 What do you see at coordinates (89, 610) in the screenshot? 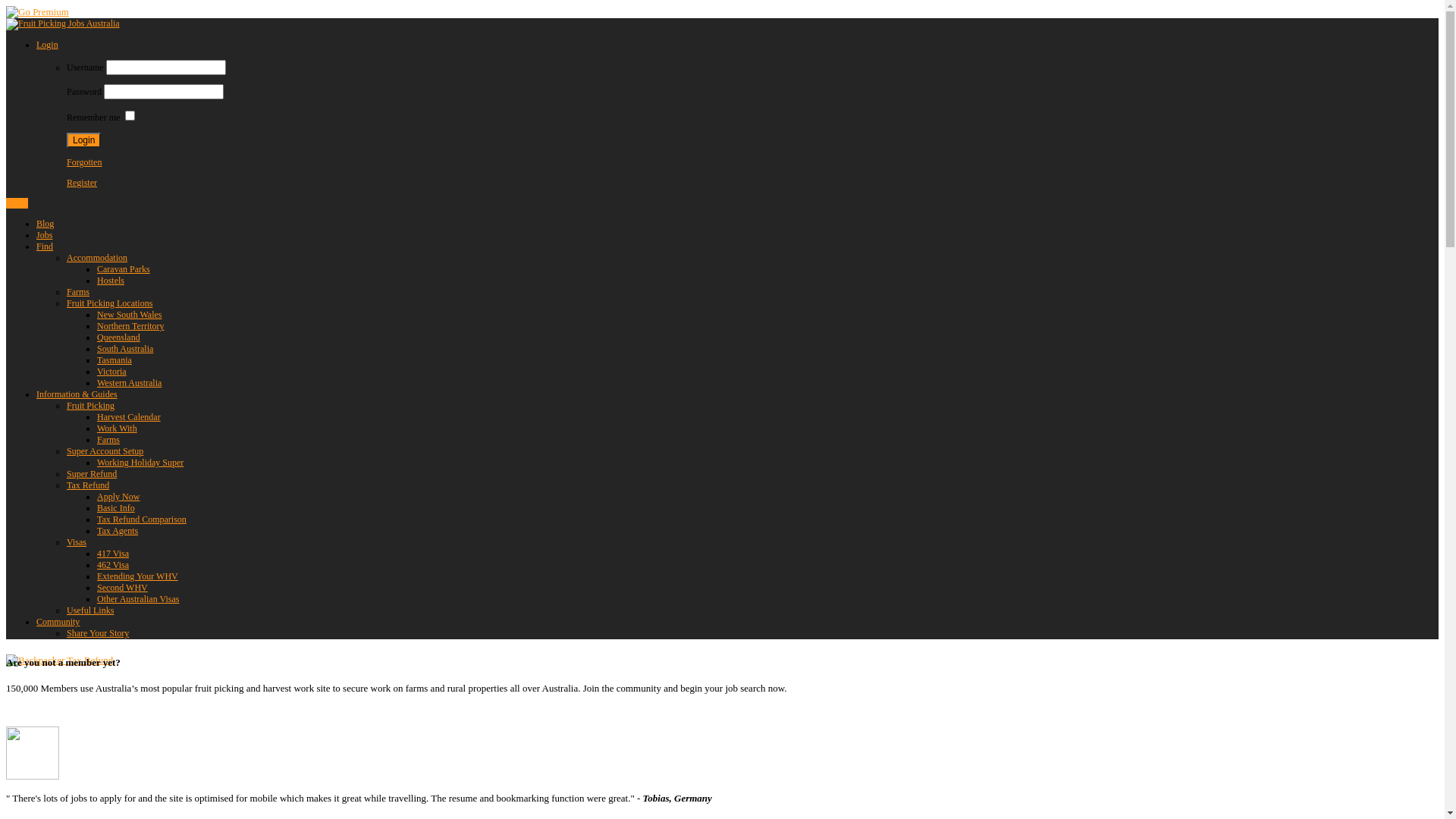
I see `'Useful Links'` at bounding box center [89, 610].